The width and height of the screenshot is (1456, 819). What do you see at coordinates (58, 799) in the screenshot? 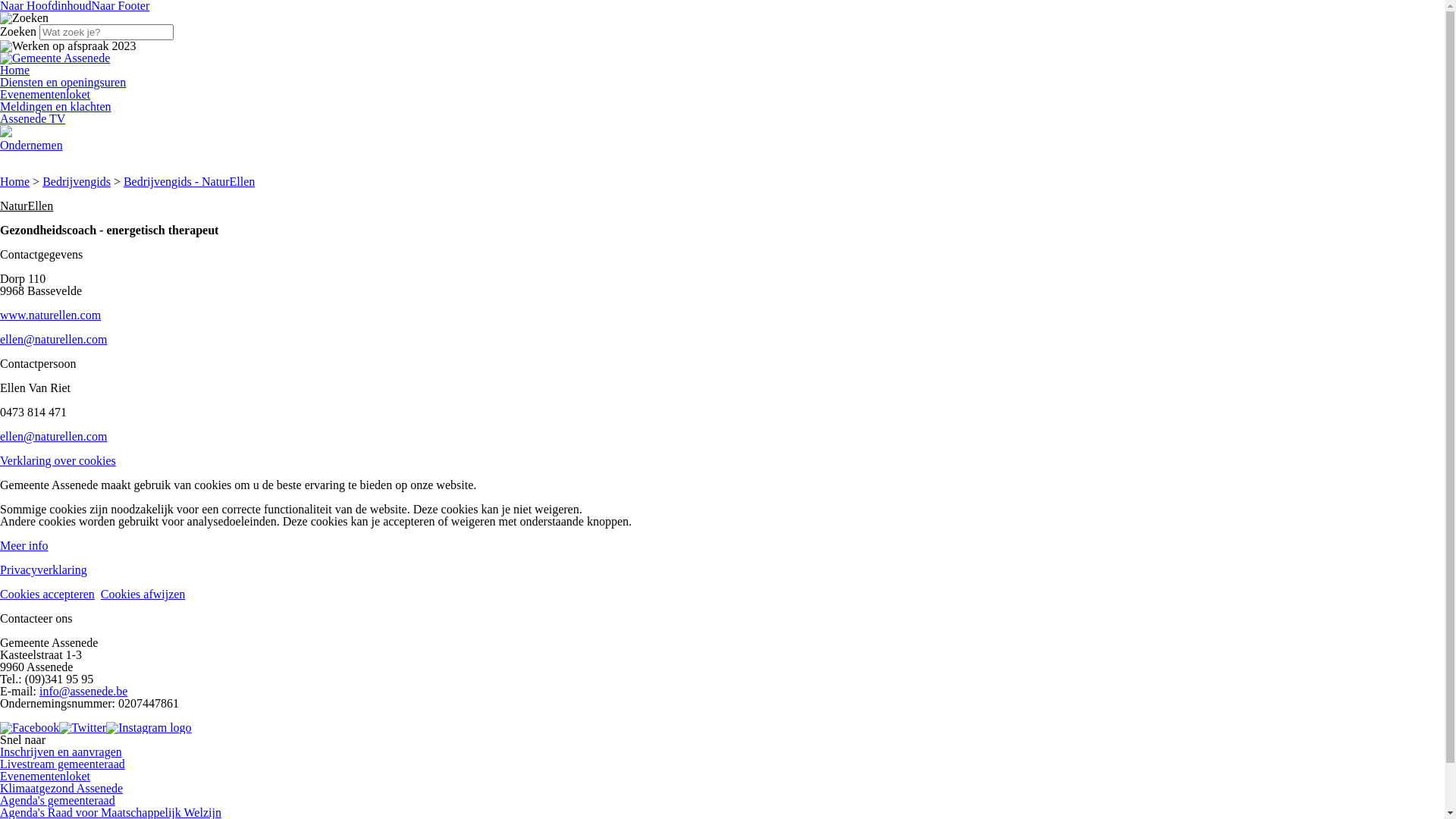
I see `'Agenda's gemeenteraad'` at bounding box center [58, 799].